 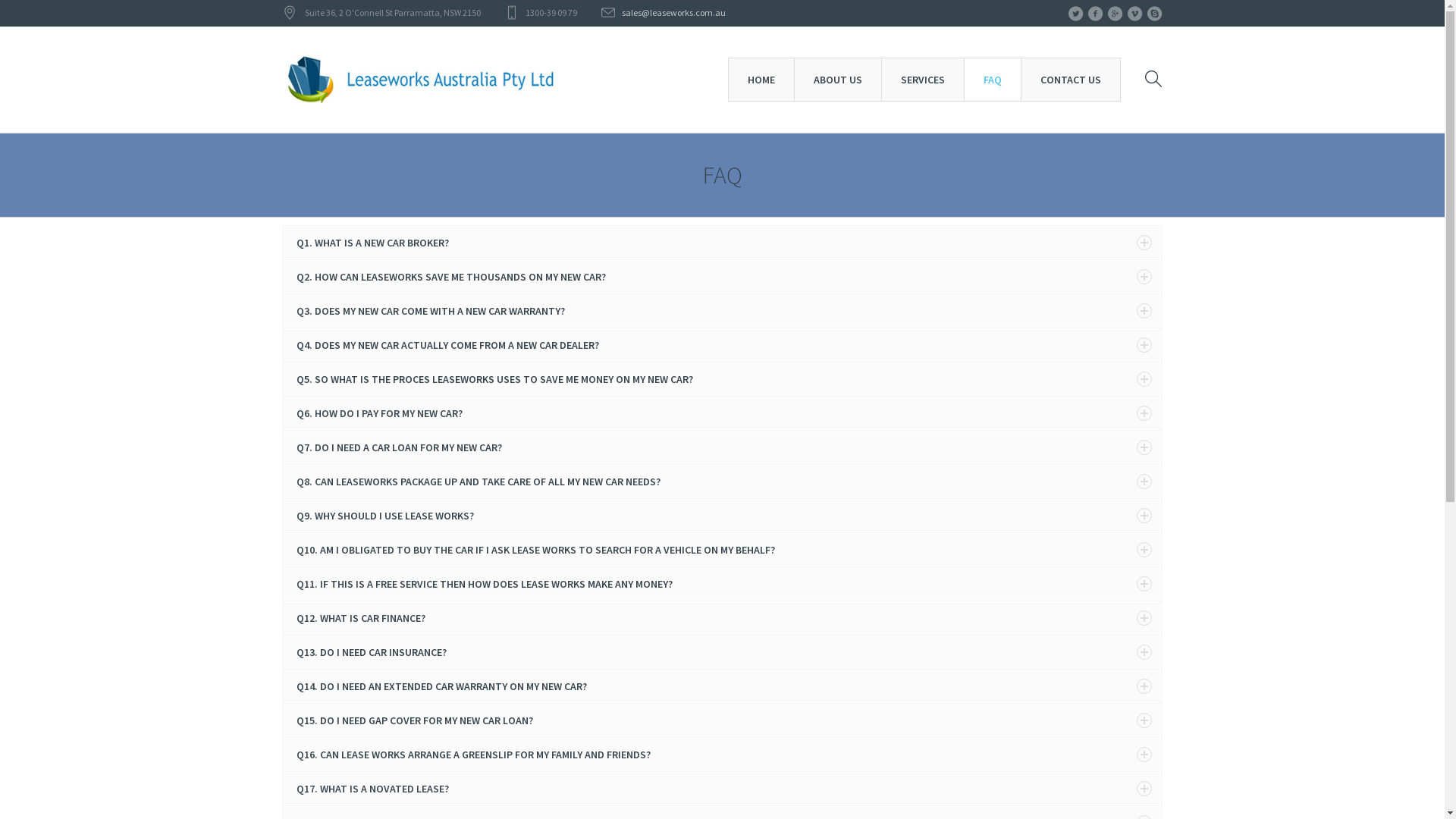 What do you see at coordinates (922, 79) in the screenshot?
I see `'SERVICES'` at bounding box center [922, 79].